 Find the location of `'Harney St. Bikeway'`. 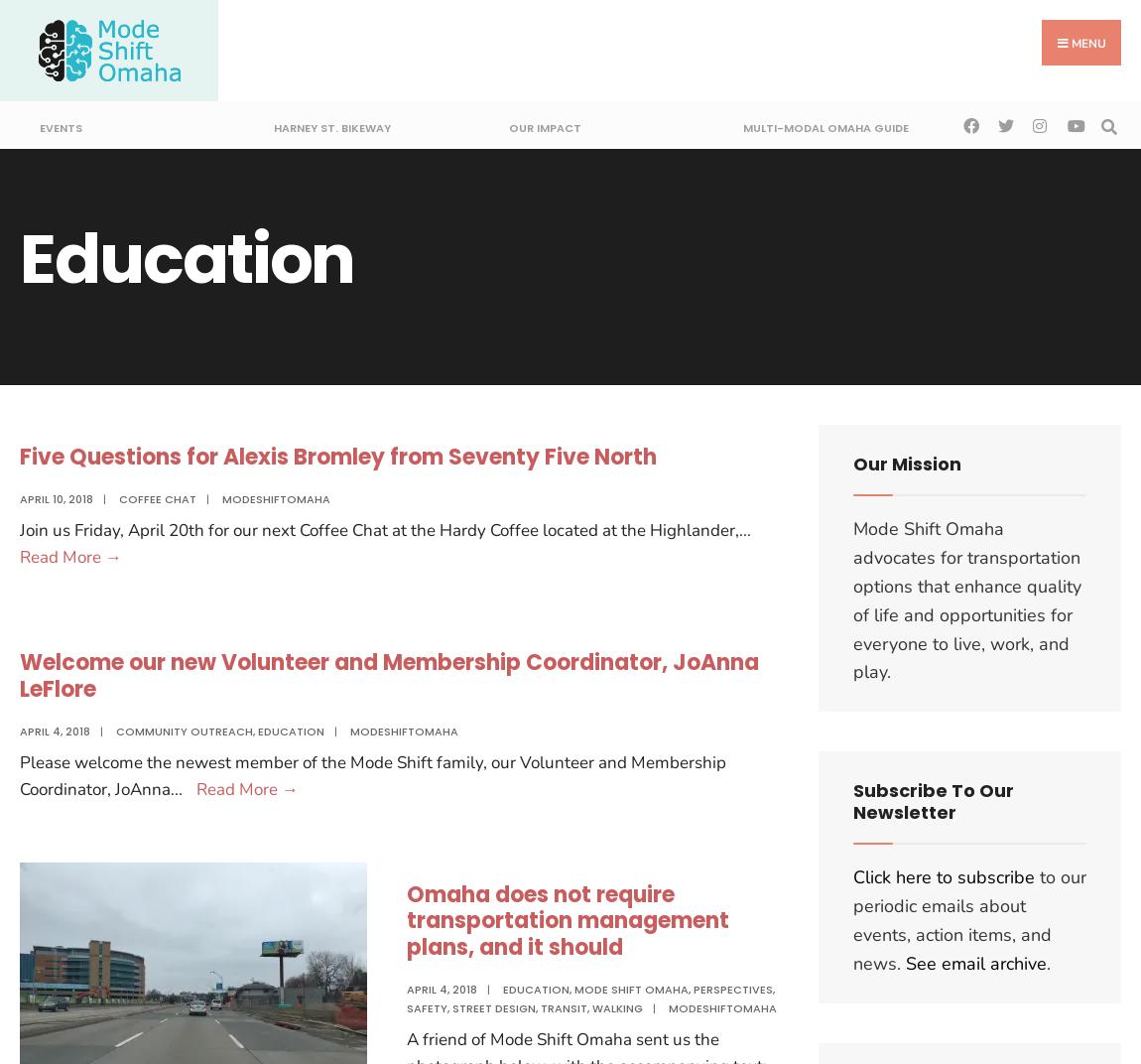

'Harney St. Bikeway' is located at coordinates (331, 127).